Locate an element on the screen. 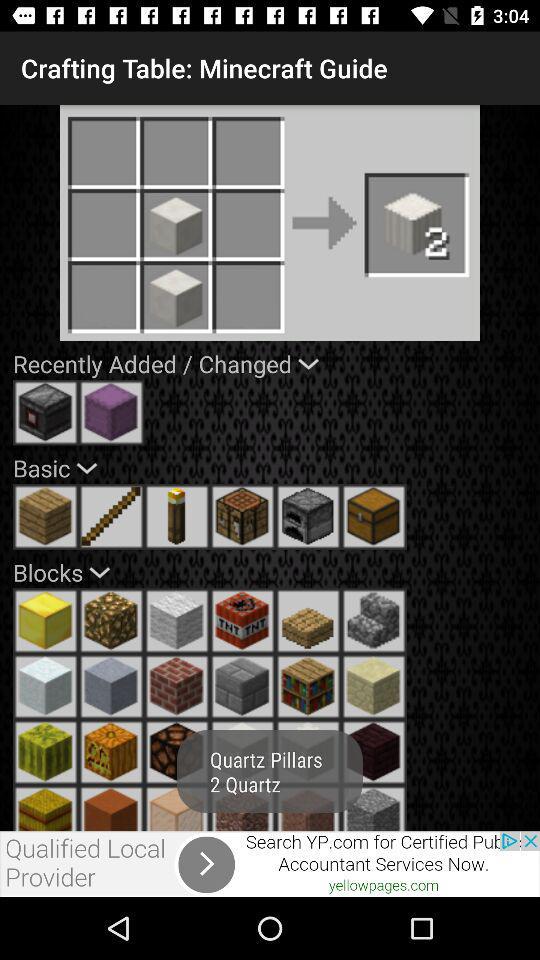 This screenshot has width=540, height=960. pick the option is located at coordinates (308, 751).